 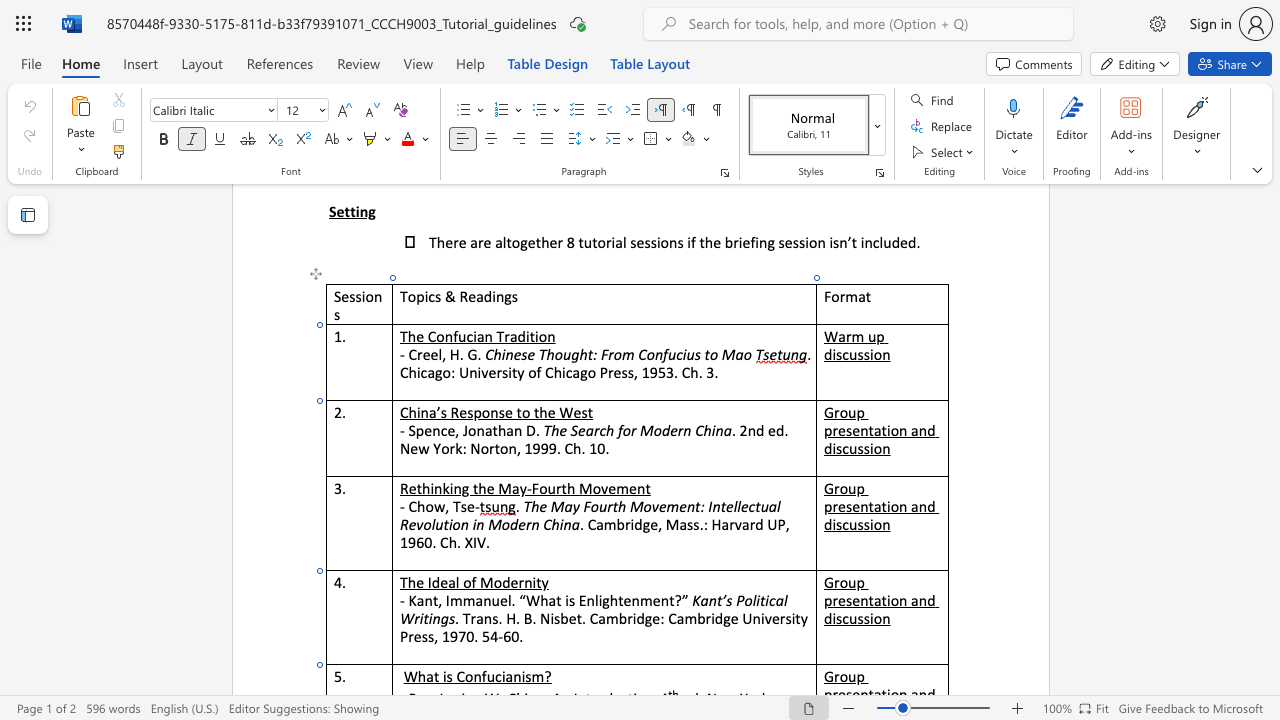 I want to click on the 5th character "." in the text, so click(x=606, y=447).